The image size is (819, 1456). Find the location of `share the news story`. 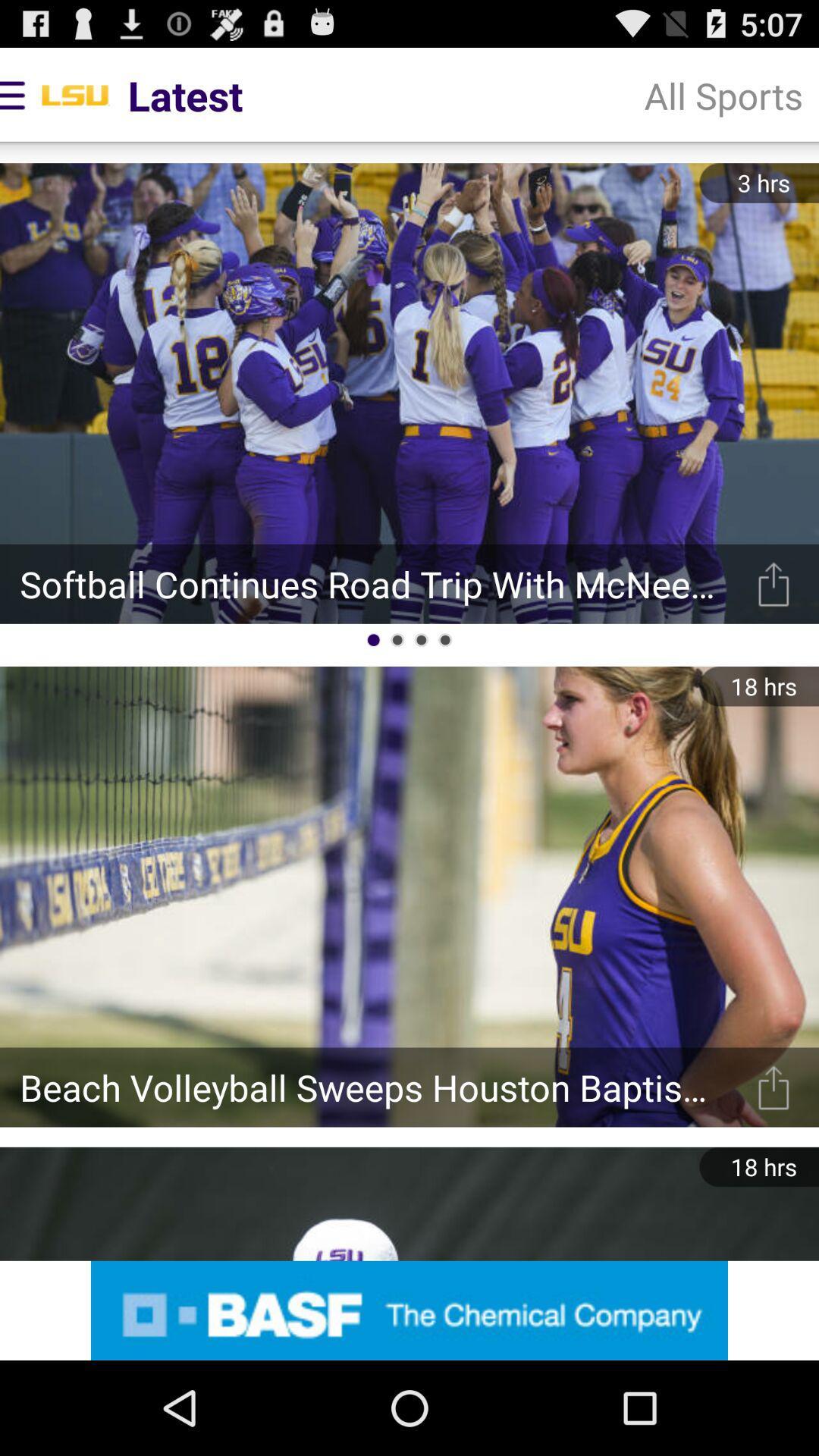

share the news story is located at coordinates (773, 583).